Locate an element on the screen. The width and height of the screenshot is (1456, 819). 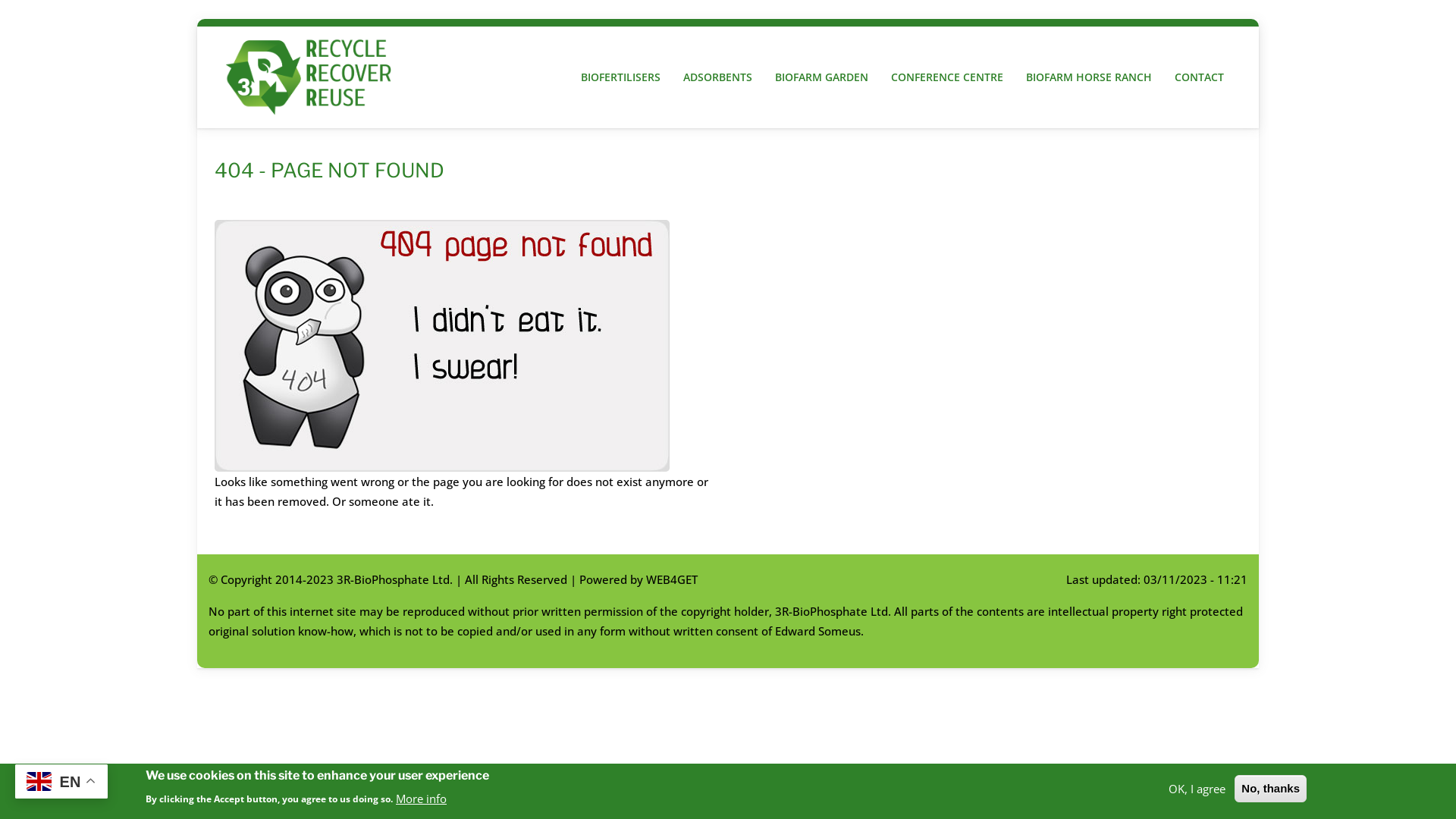
'BIOFARM HORSE RANCH' is located at coordinates (1087, 77).